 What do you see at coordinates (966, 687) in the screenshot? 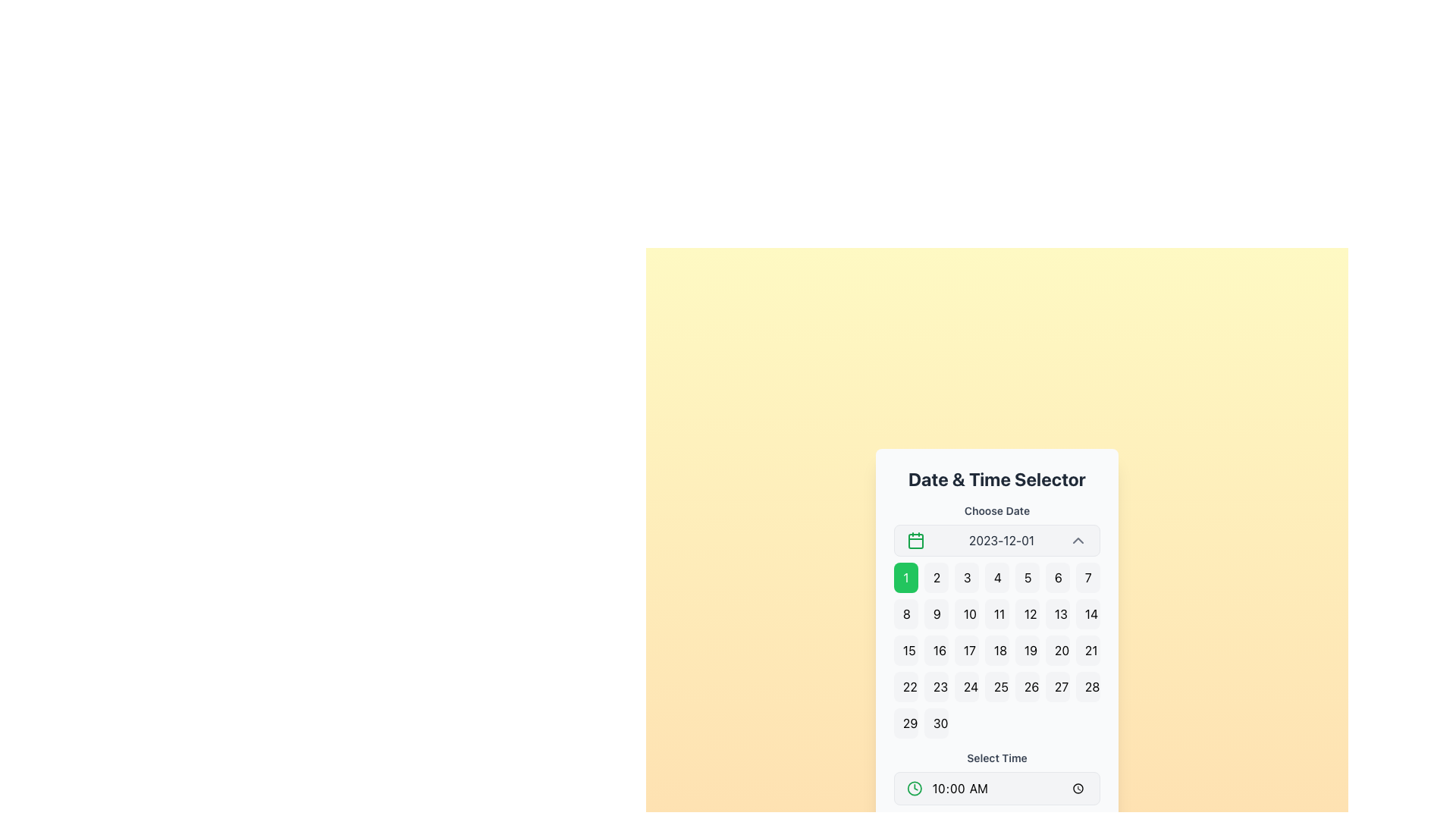
I see `the rounded rectangular button displaying the number '24' in black text on a light gray background` at bounding box center [966, 687].